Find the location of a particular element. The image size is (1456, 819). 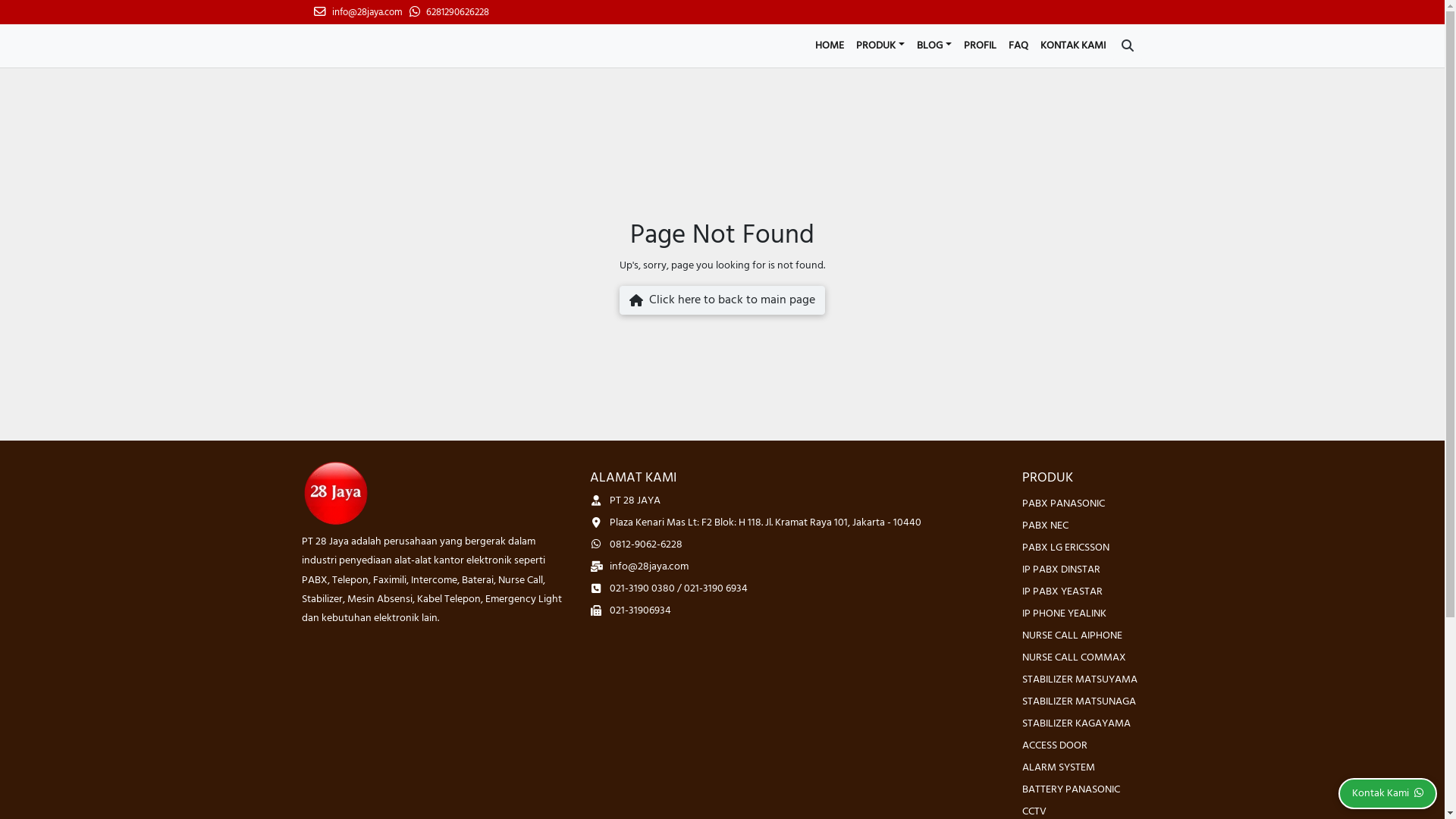

'6281290626228' is located at coordinates (448, 12).